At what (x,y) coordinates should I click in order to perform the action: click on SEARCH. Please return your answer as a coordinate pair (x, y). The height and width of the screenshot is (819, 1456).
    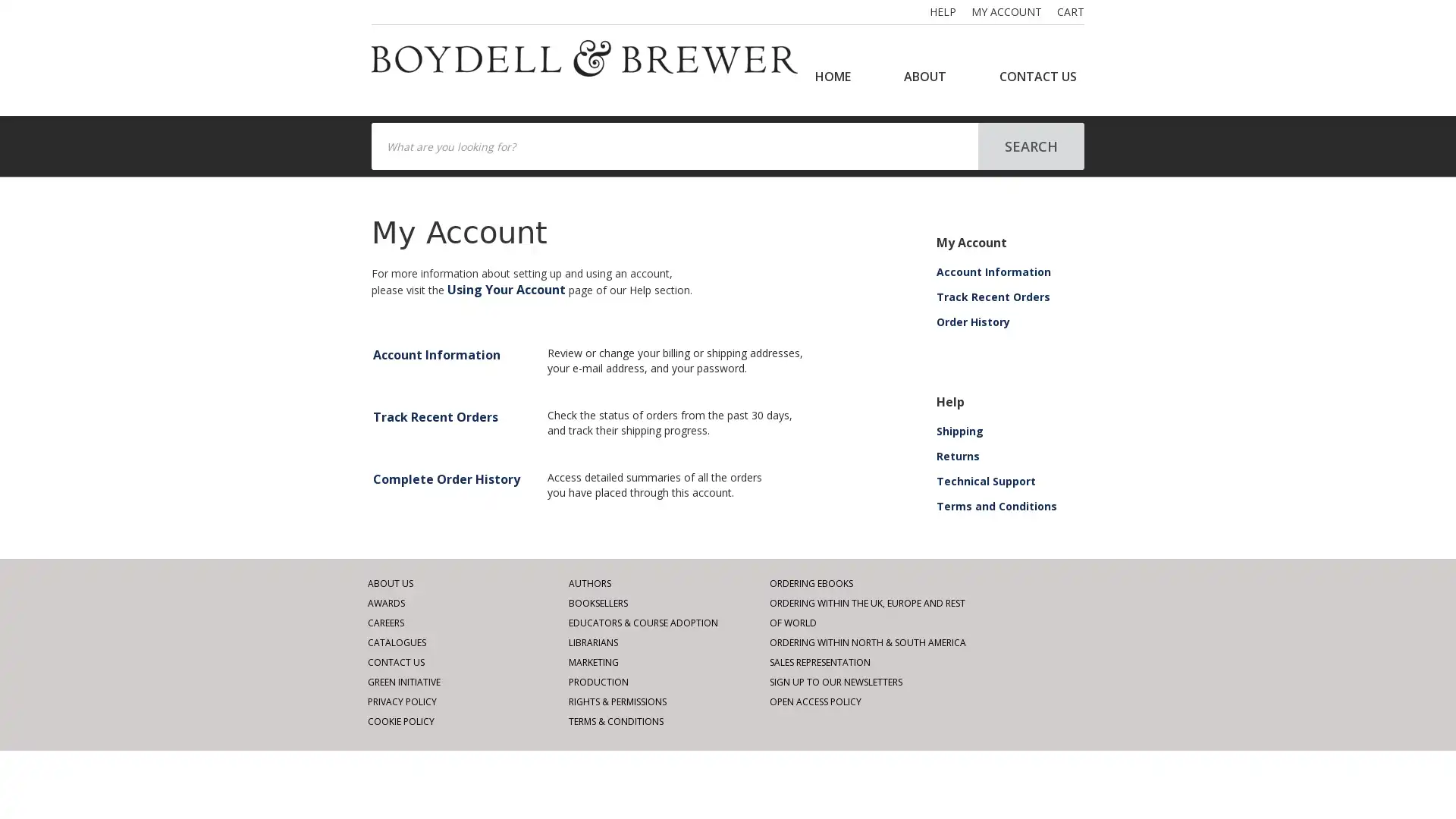
    Looking at the image, I should click on (1031, 146).